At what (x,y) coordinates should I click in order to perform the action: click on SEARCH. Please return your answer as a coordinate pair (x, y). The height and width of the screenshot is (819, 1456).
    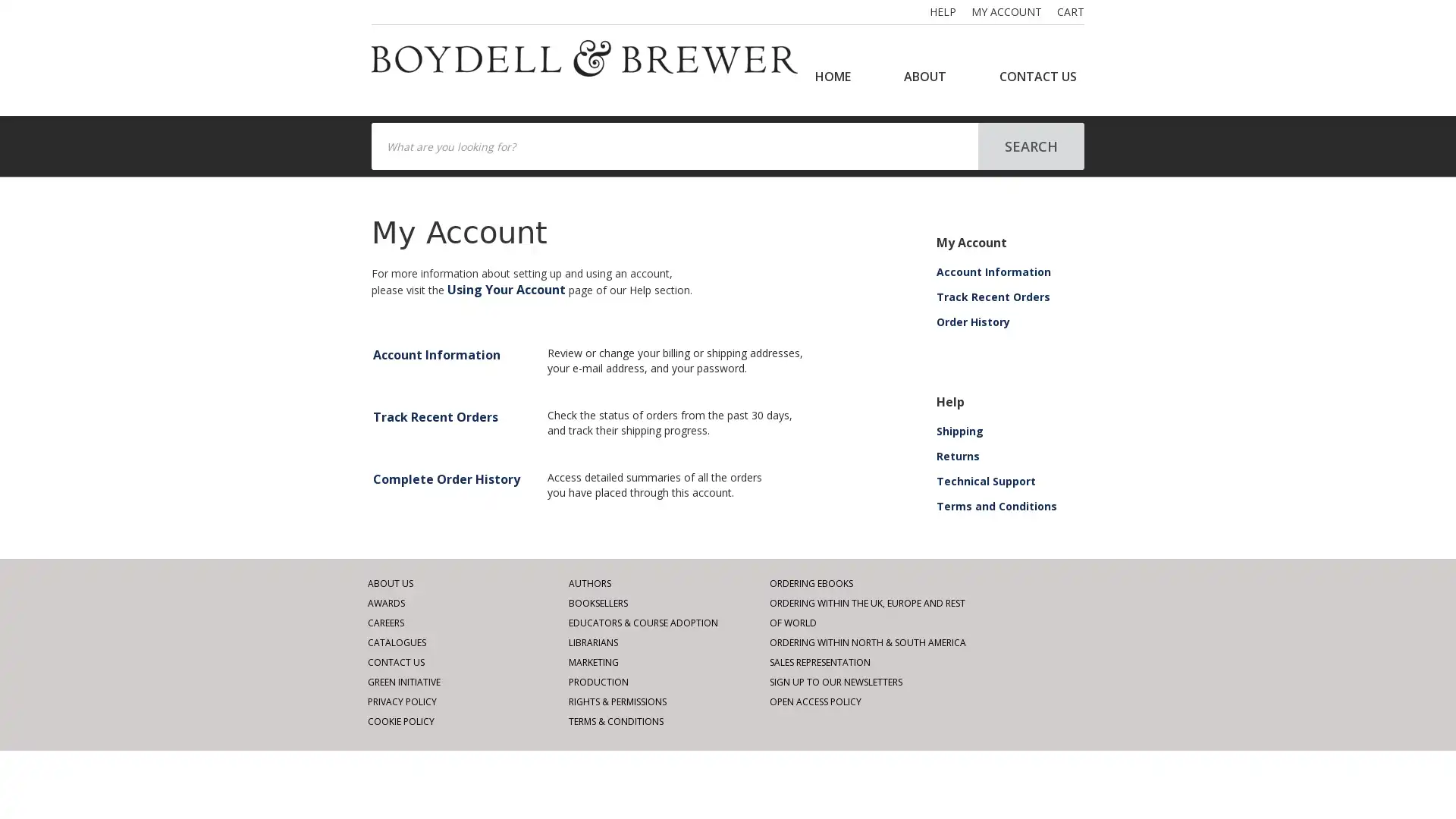
    Looking at the image, I should click on (1031, 146).